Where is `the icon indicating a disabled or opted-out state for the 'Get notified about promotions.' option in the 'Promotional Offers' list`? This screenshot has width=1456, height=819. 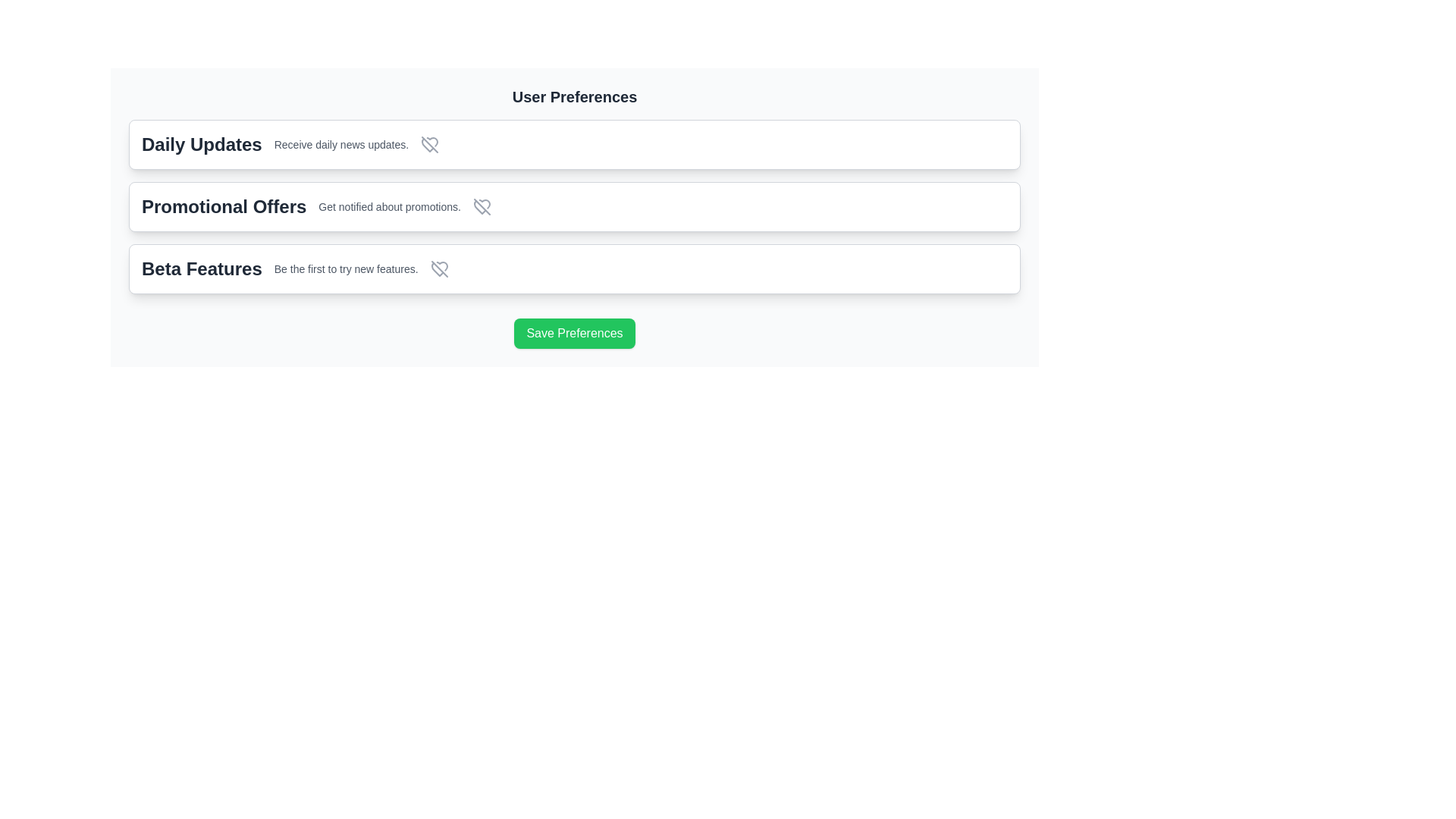 the icon indicating a disabled or opted-out state for the 'Get notified about promotions.' option in the 'Promotional Offers' list is located at coordinates (481, 207).